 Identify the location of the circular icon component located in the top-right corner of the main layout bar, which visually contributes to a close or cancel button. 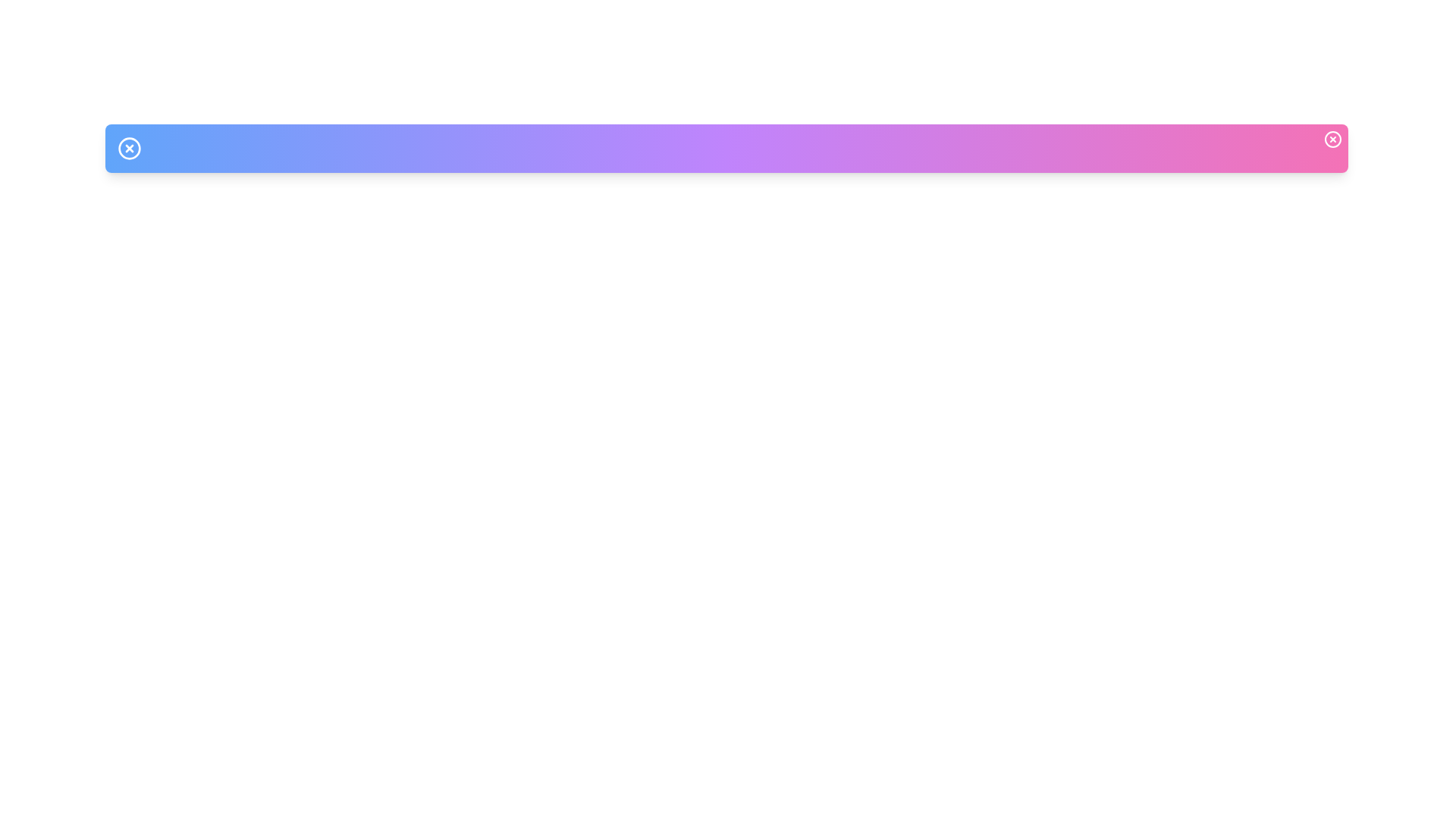
(1332, 140).